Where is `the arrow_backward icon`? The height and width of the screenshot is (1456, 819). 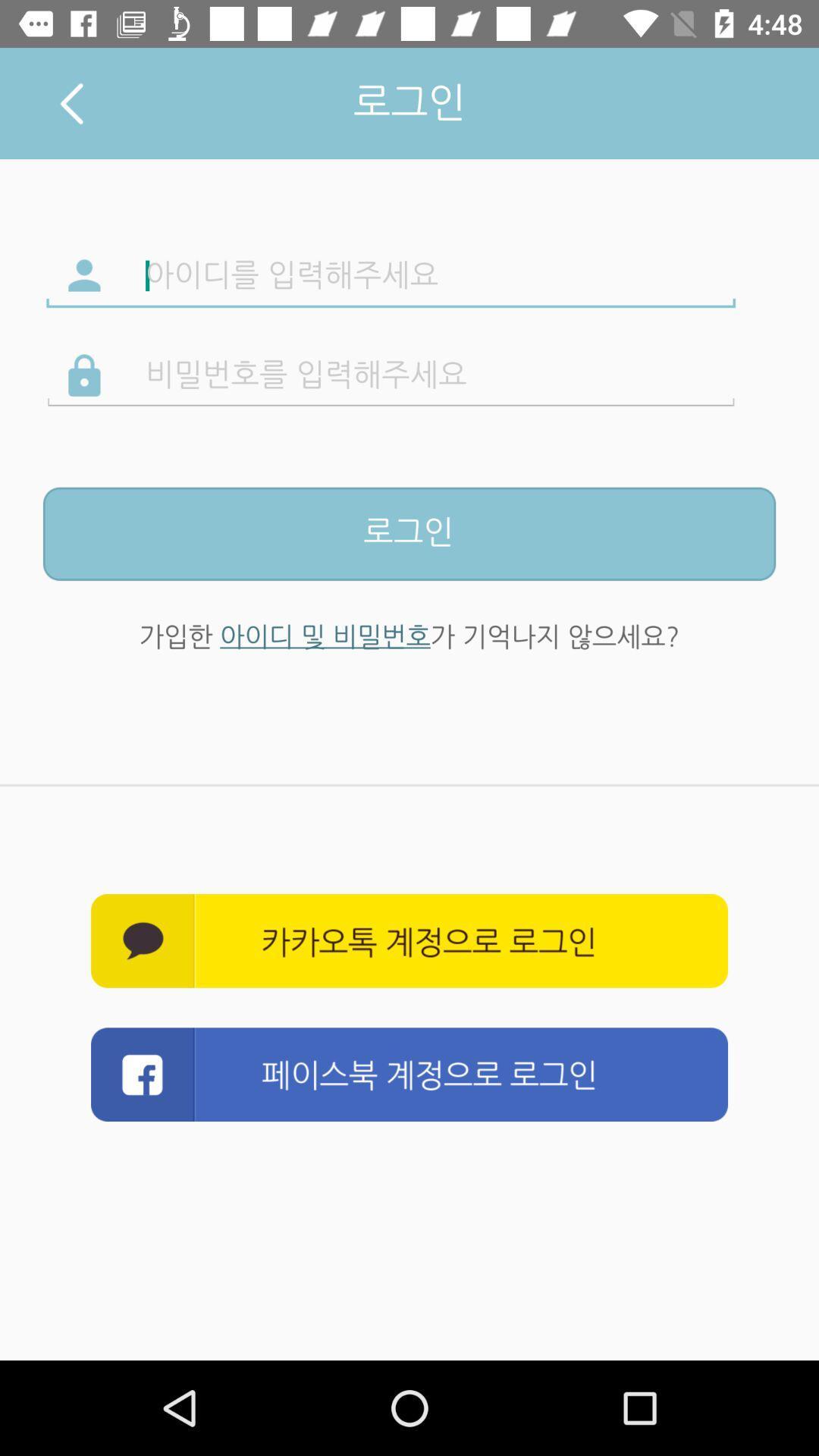
the arrow_backward icon is located at coordinates (71, 102).